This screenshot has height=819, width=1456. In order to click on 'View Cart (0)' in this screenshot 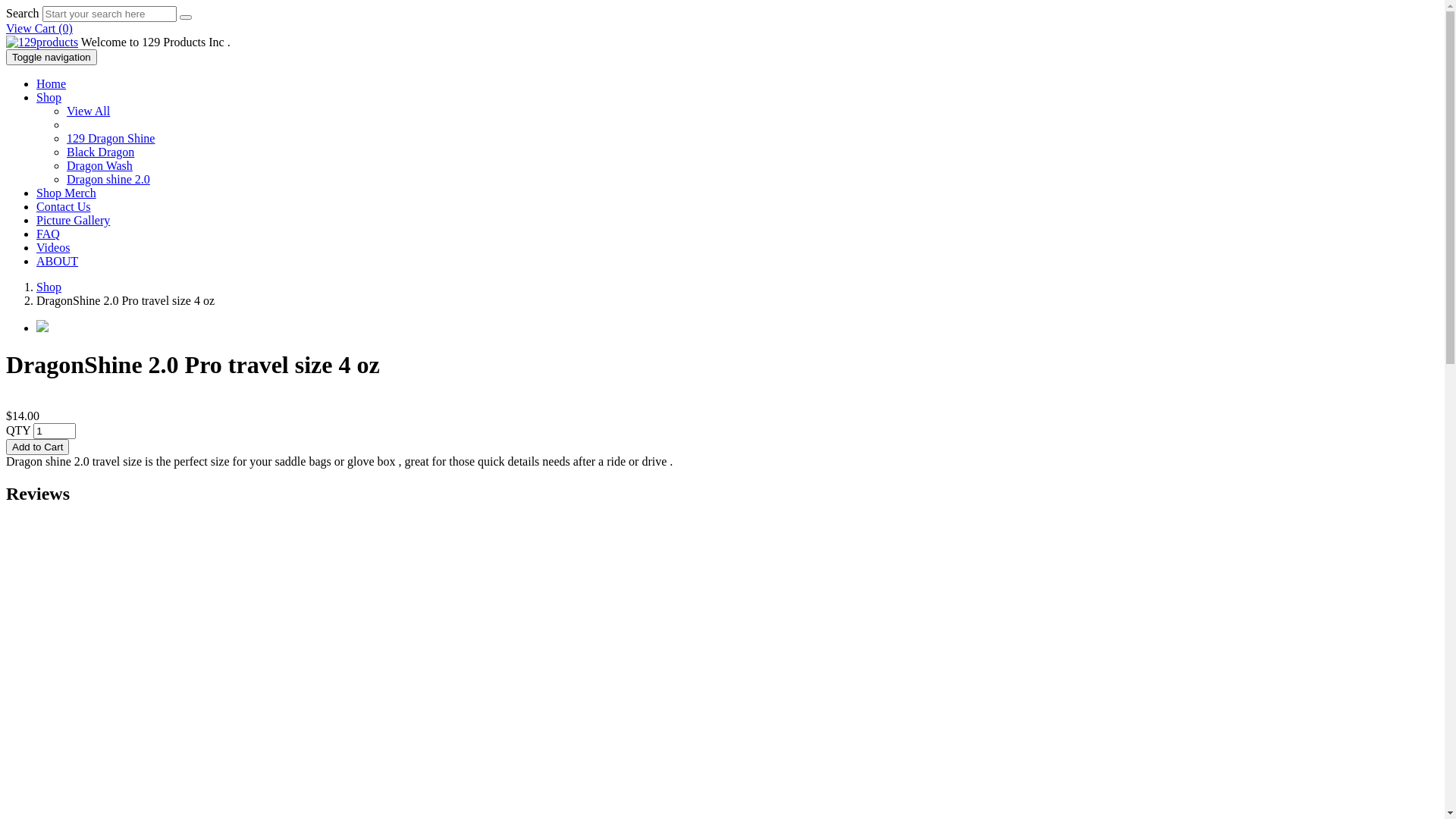, I will do `click(39, 28)`.